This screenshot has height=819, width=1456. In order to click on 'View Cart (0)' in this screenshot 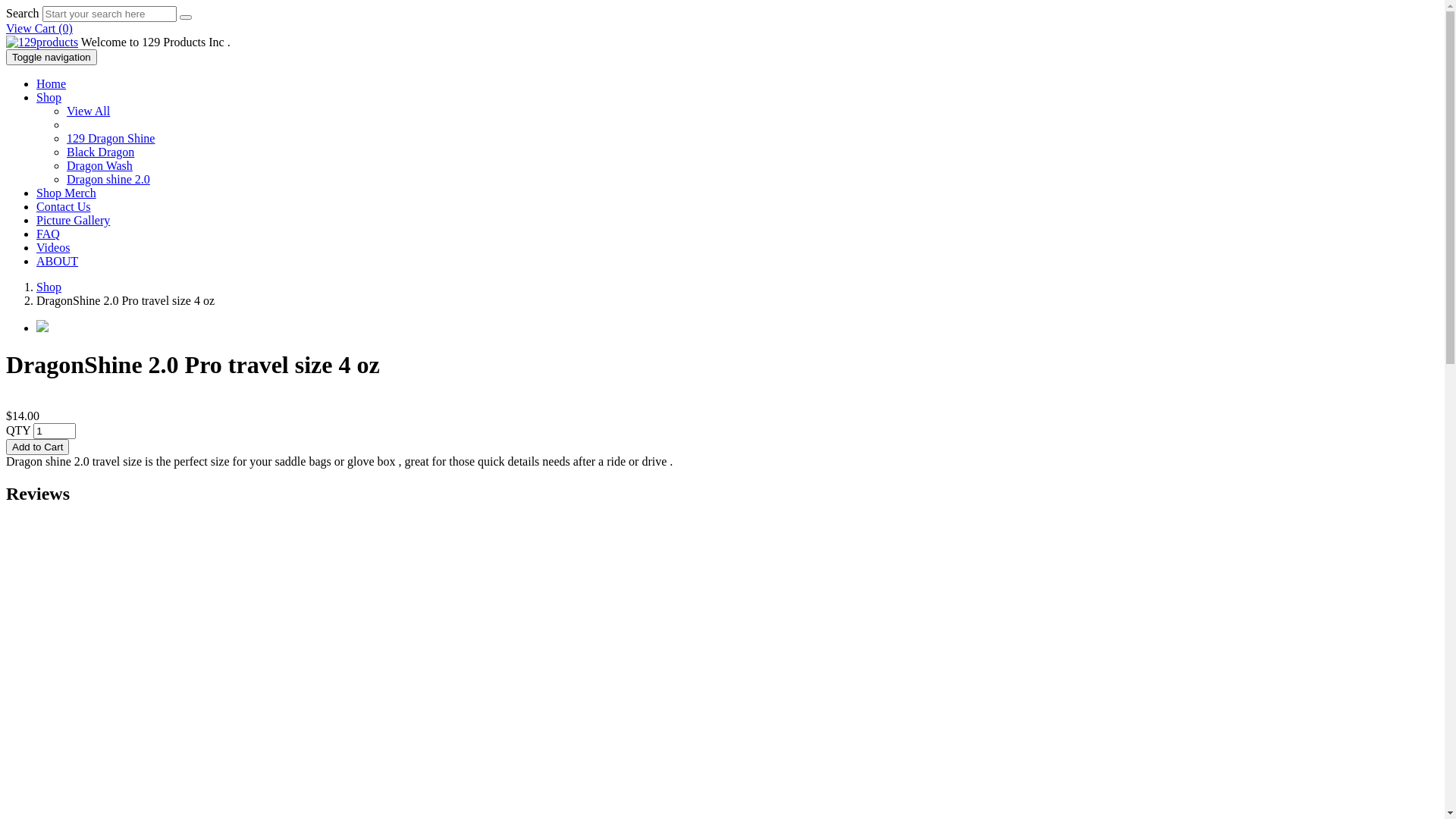, I will do `click(39, 28)`.